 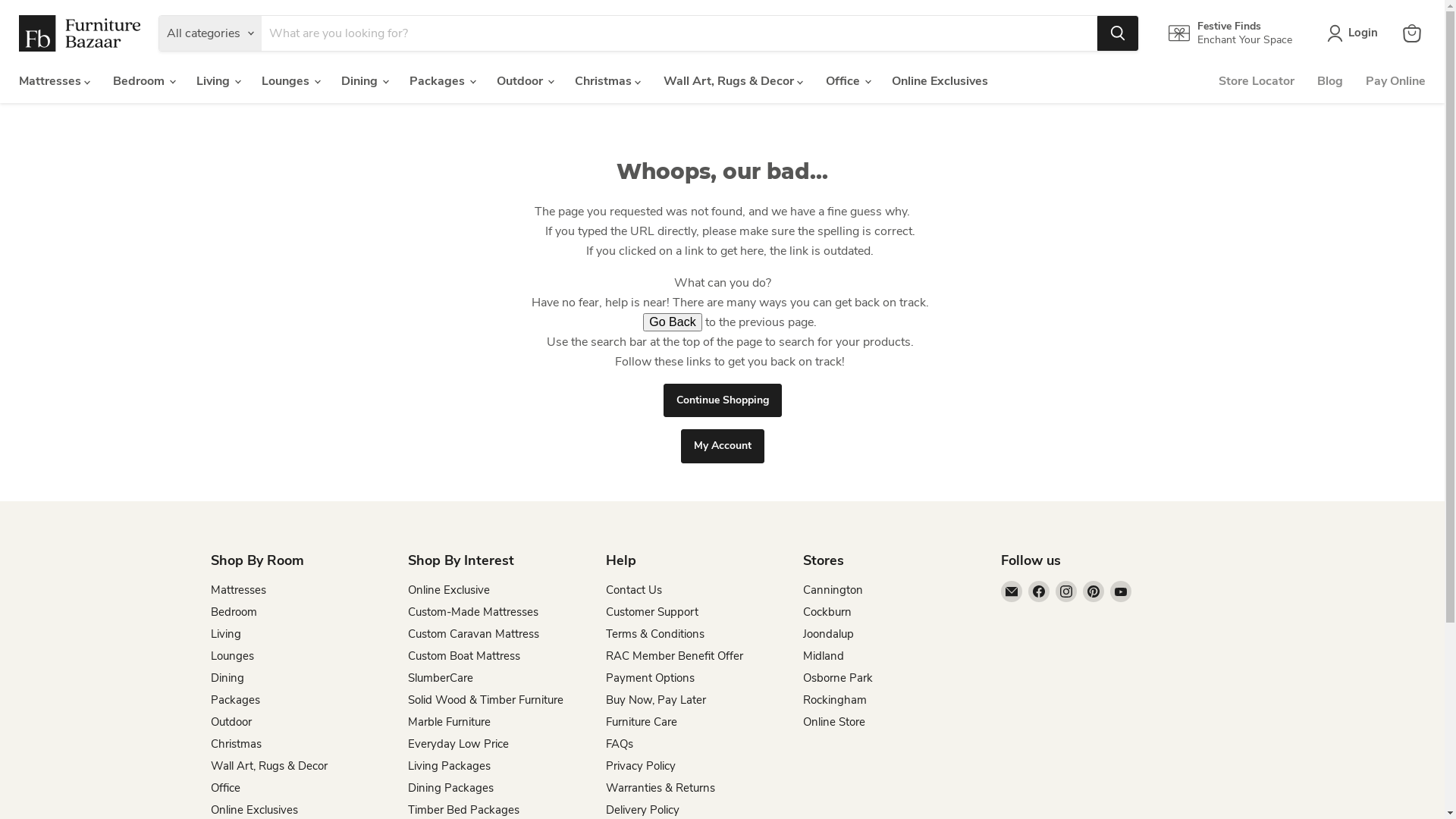 What do you see at coordinates (722, 445) in the screenshot?
I see `'My Account'` at bounding box center [722, 445].